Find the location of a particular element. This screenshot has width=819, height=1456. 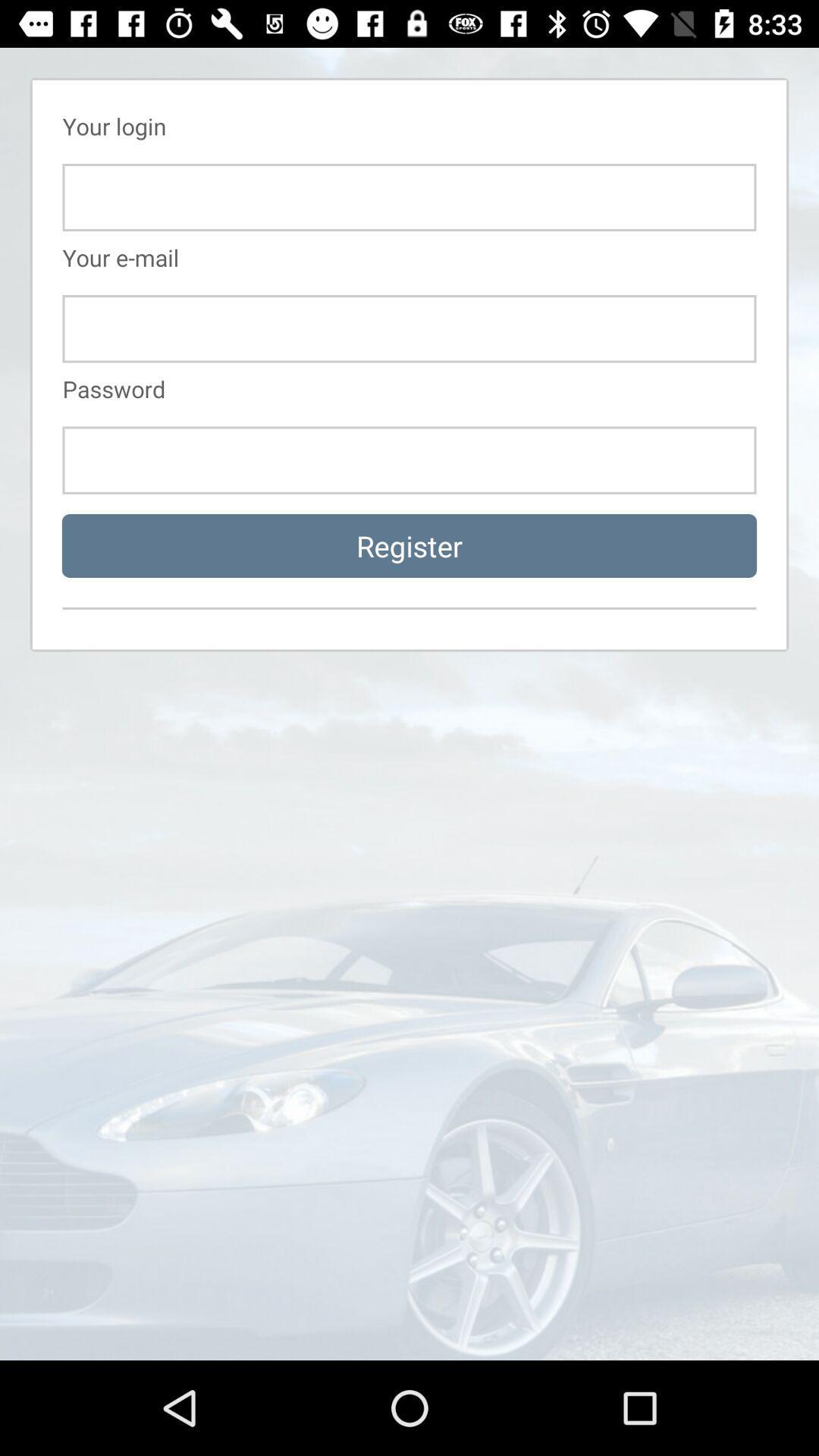

login information name is located at coordinates (409, 196).